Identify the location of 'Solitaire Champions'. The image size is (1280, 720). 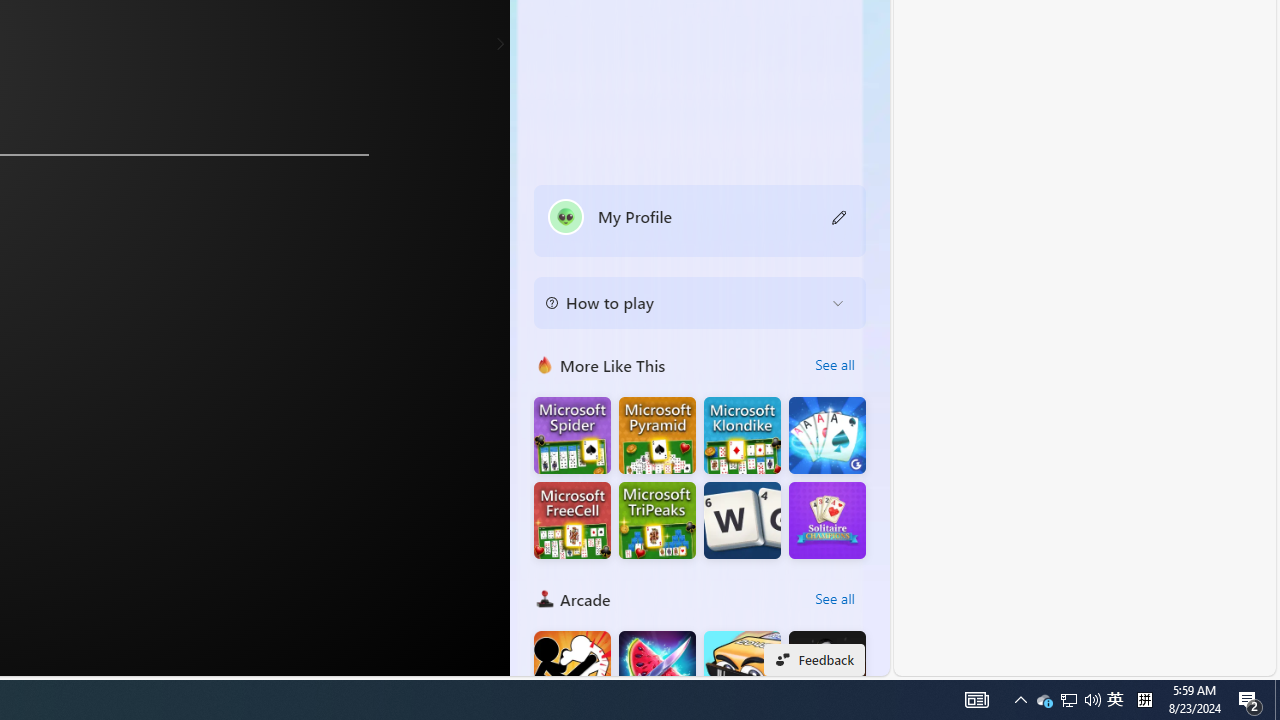
(827, 519).